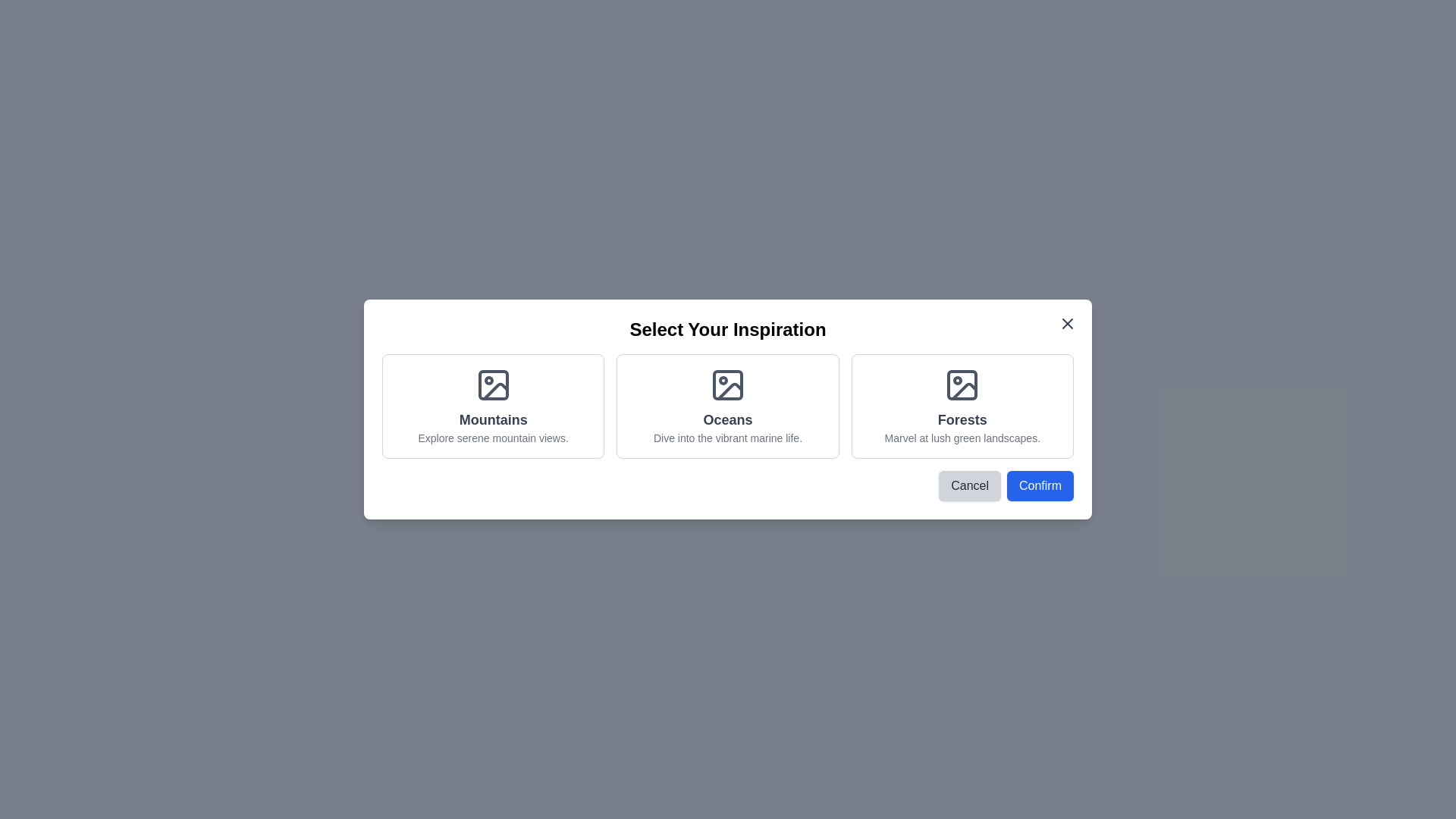  Describe the element at coordinates (968, 485) in the screenshot. I see `the 'Cancel' button located in the bottom right section of the modal dialog` at that location.